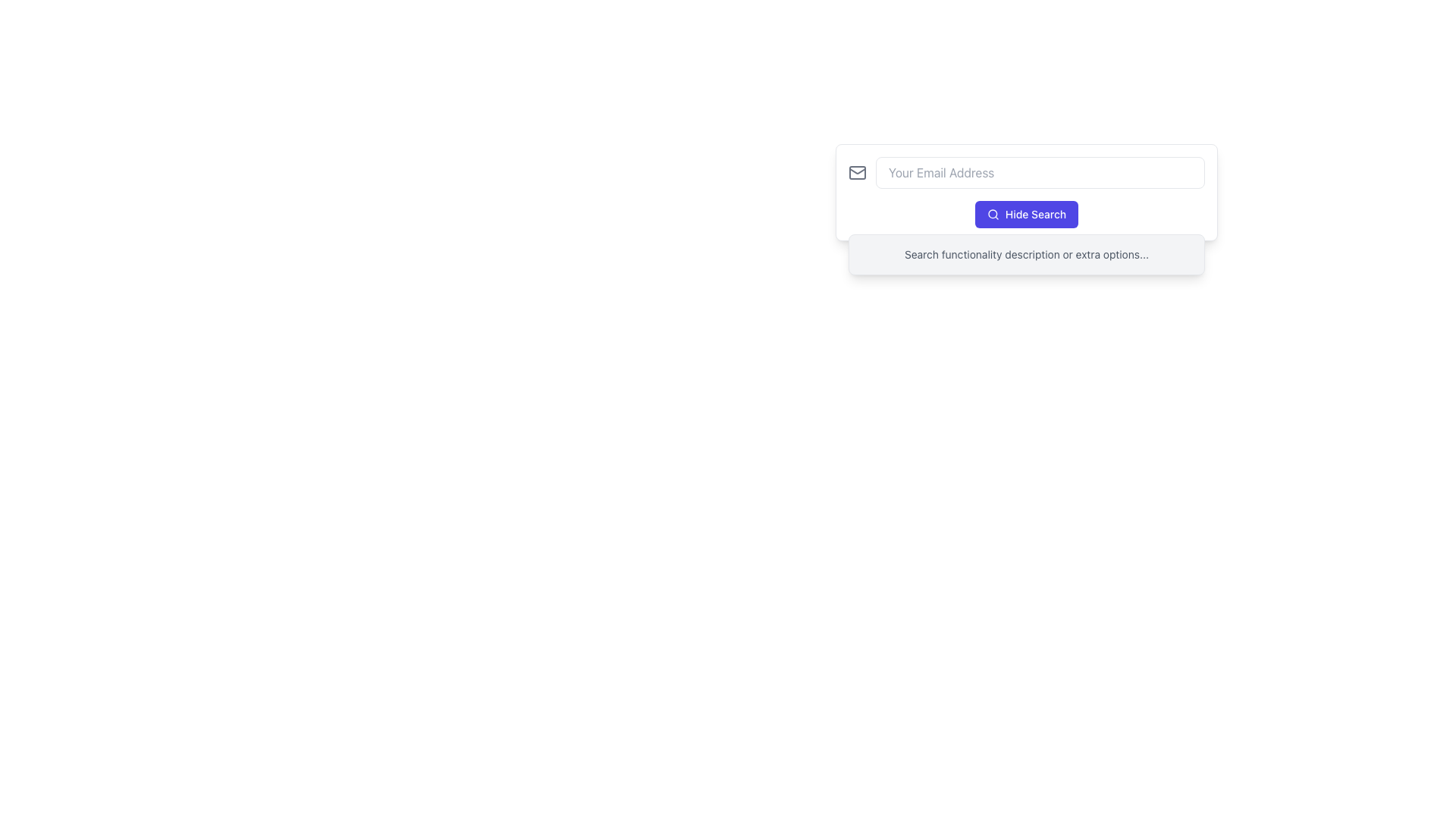 The width and height of the screenshot is (1456, 819). Describe the element at coordinates (858, 171) in the screenshot. I see `the SVG subcomponent of the email icon, which is a rectangular shape with rounded corners located to the left of the 'Your Email Address' text input box` at that location.